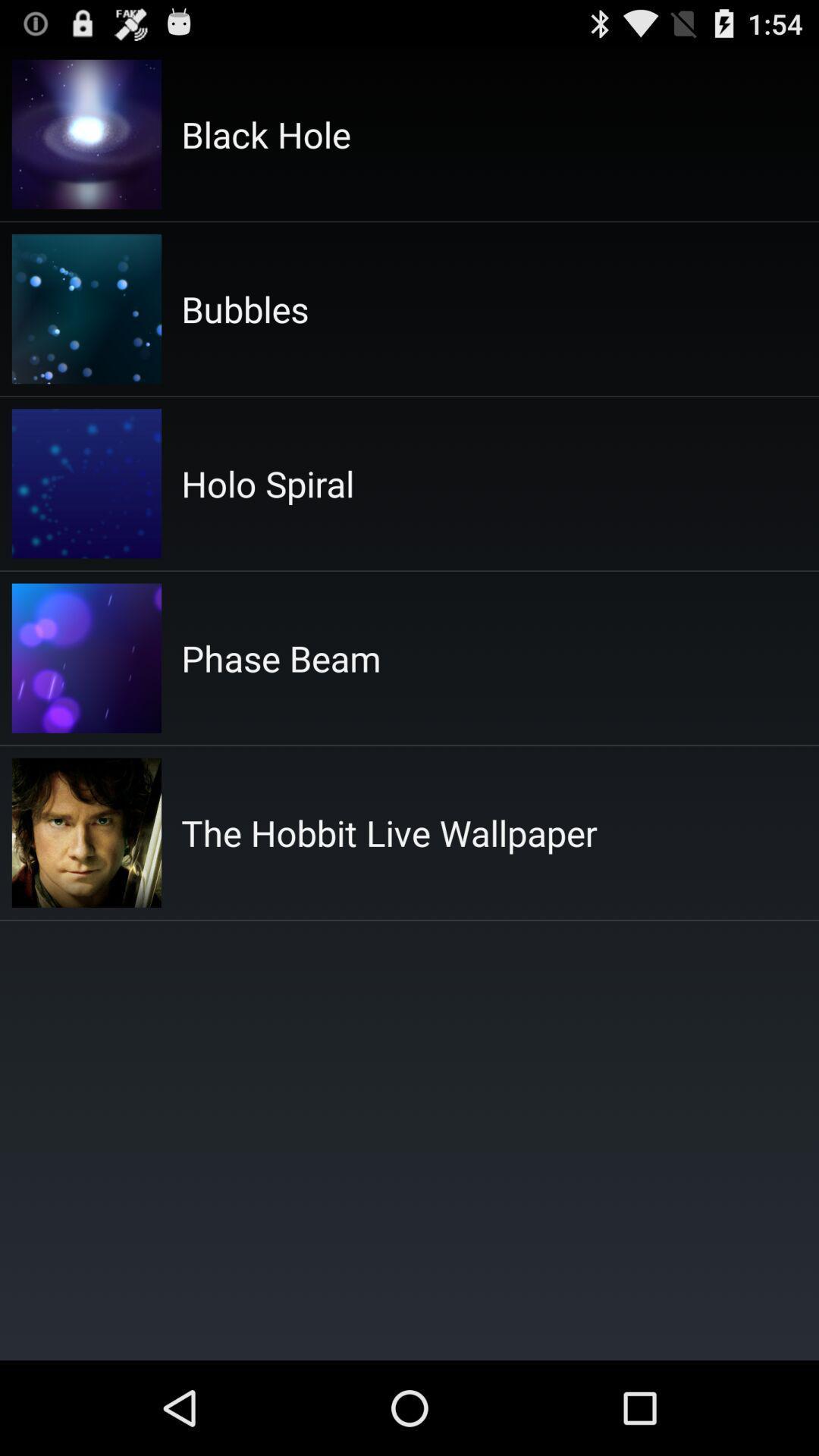  Describe the element at coordinates (244, 308) in the screenshot. I see `the item above holo spiral` at that location.